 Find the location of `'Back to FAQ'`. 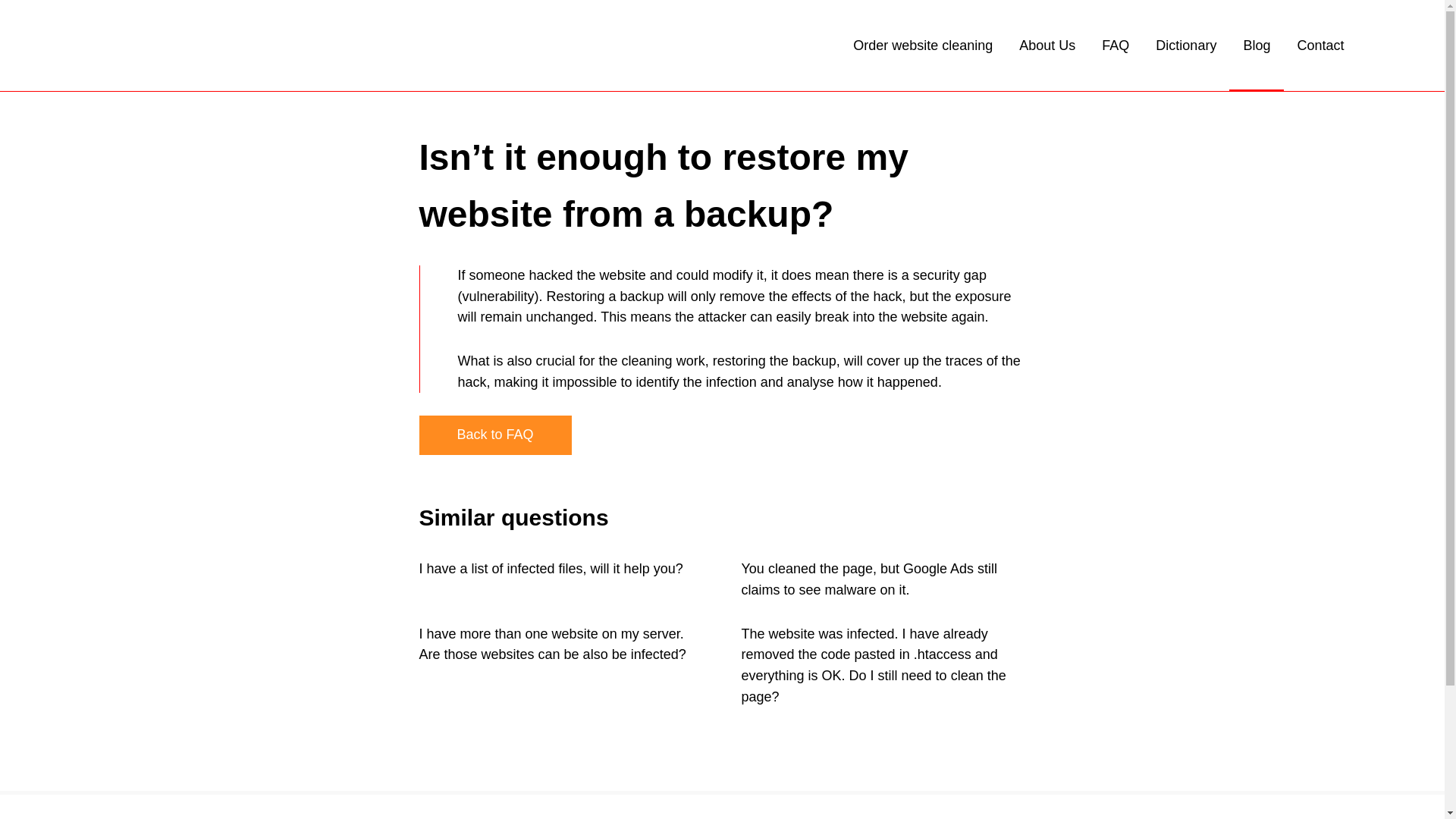

'Back to FAQ' is located at coordinates (494, 435).